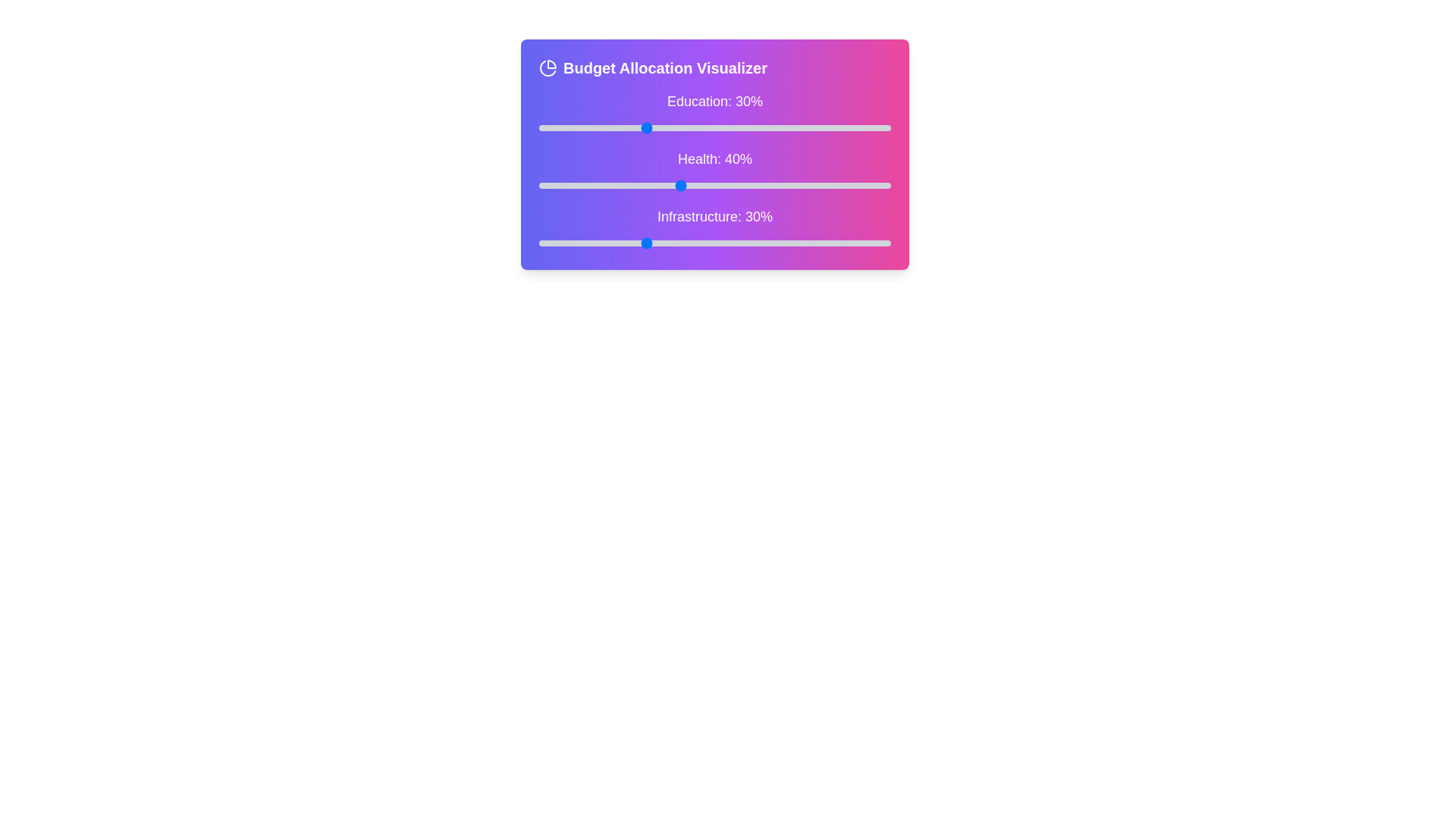 The image size is (1456, 819). Describe the element at coordinates (714, 127) in the screenshot. I see `the range slider below the label 'Education: 30%', which has a gray track and a movable blue thumb` at that location.